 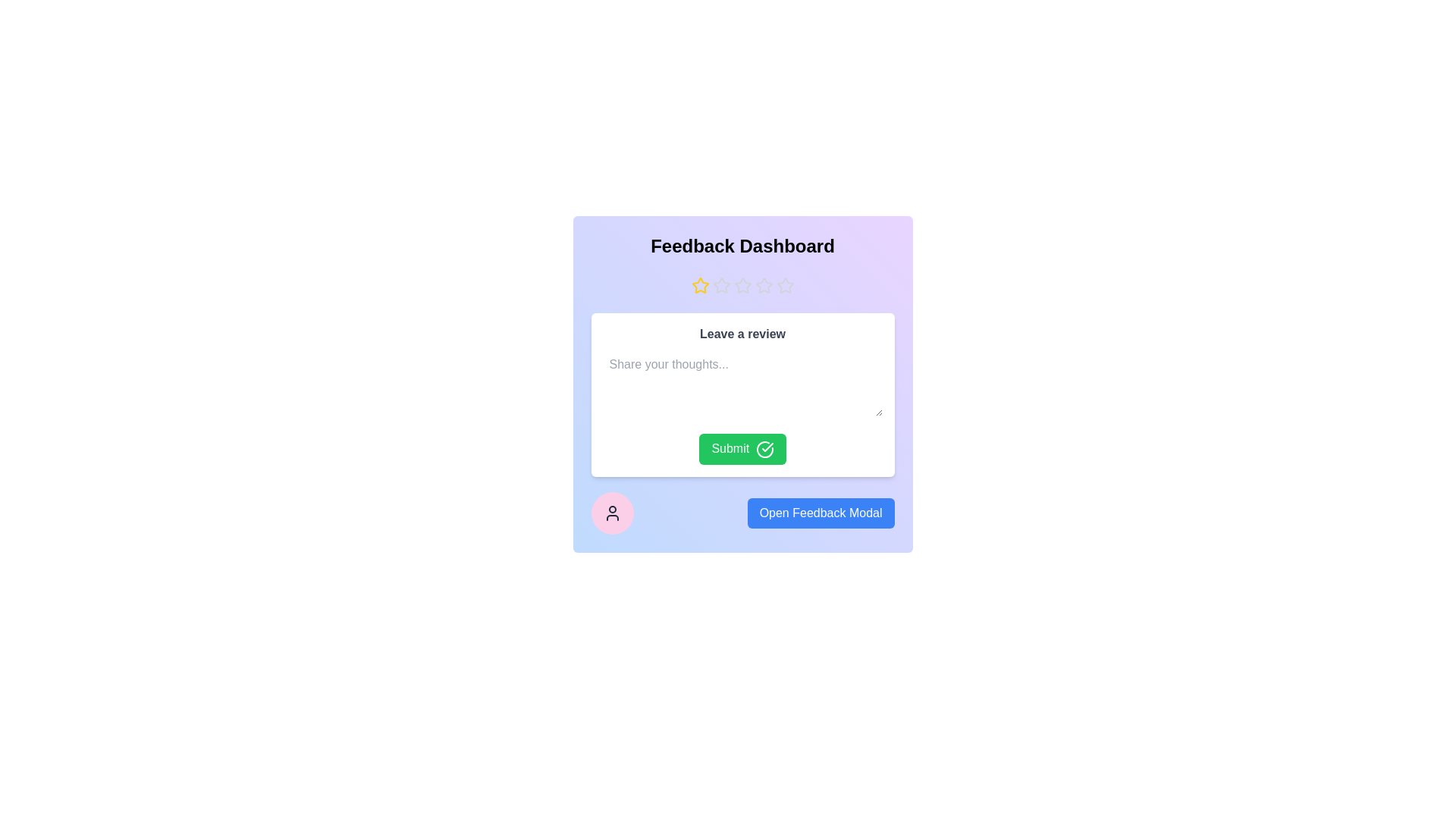 What do you see at coordinates (742, 333) in the screenshot?
I see `the 'Leave a review' text label, which is displayed in bold dark-grey font at the top of the feedback form, just above the multi-line text input area` at bounding box center [742, 333].